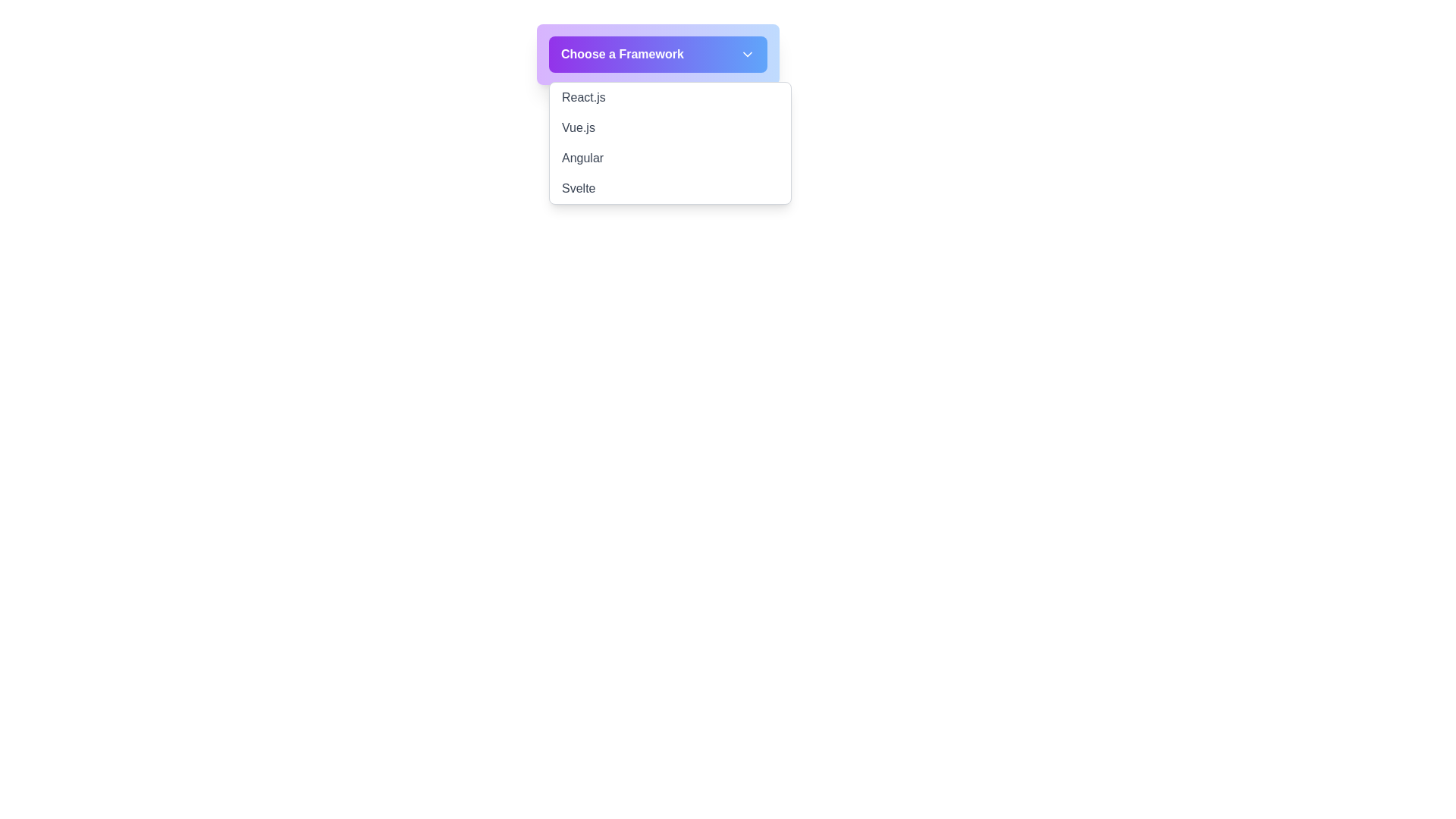 Image resolution: width=1456 pixels, height=819 pixels. Describe the element at coordinates (669, 158) in the screenshot. I see `the 'Angular' option in the dropdown menu, which is the third item listed under 'Choose a Framework'` at that location.